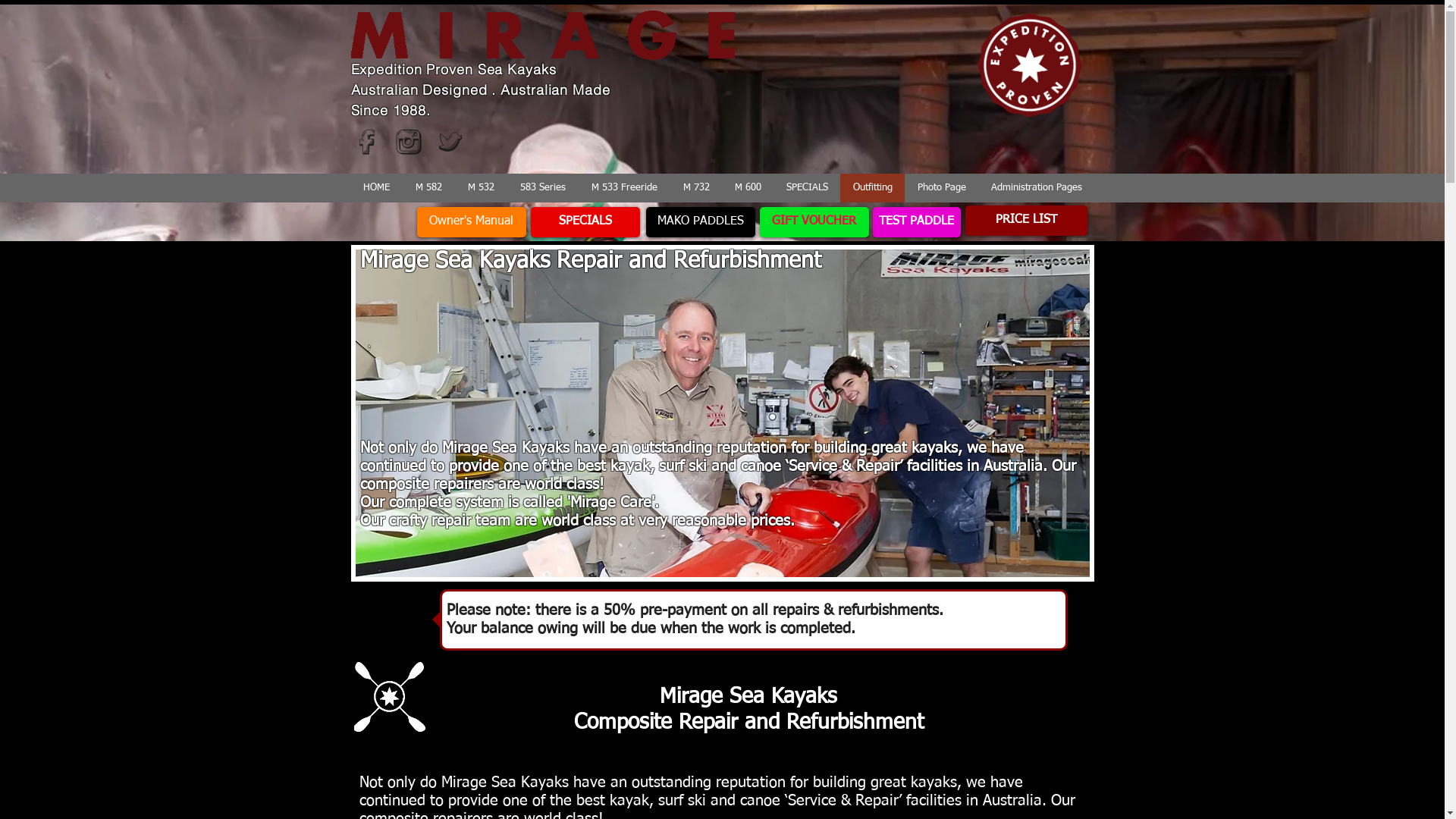  I want to click on 'M 732', so click(695, 187).